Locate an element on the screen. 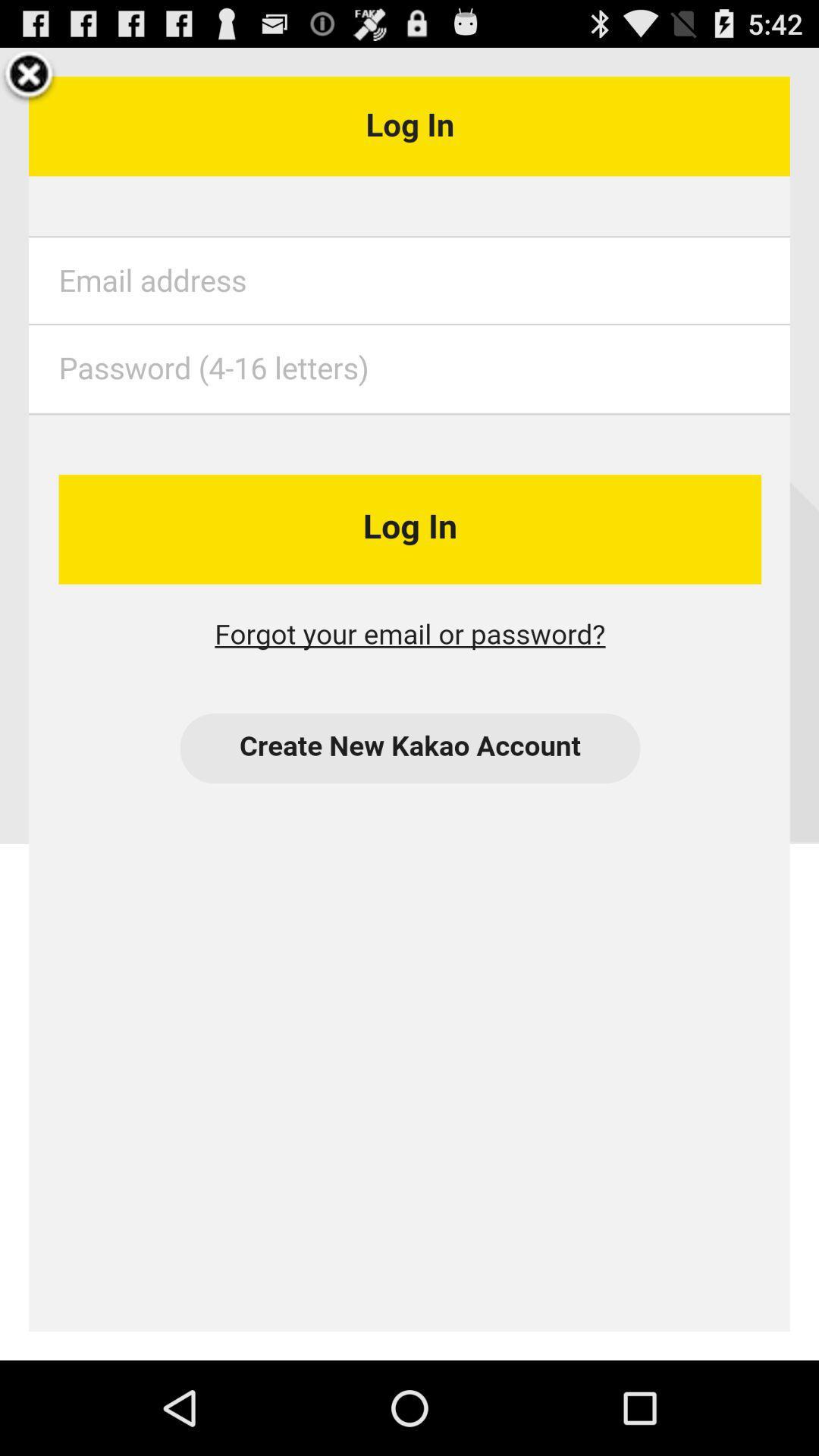 This screenshot has width=819, height=1456. close is located at coordinates (29, 76).